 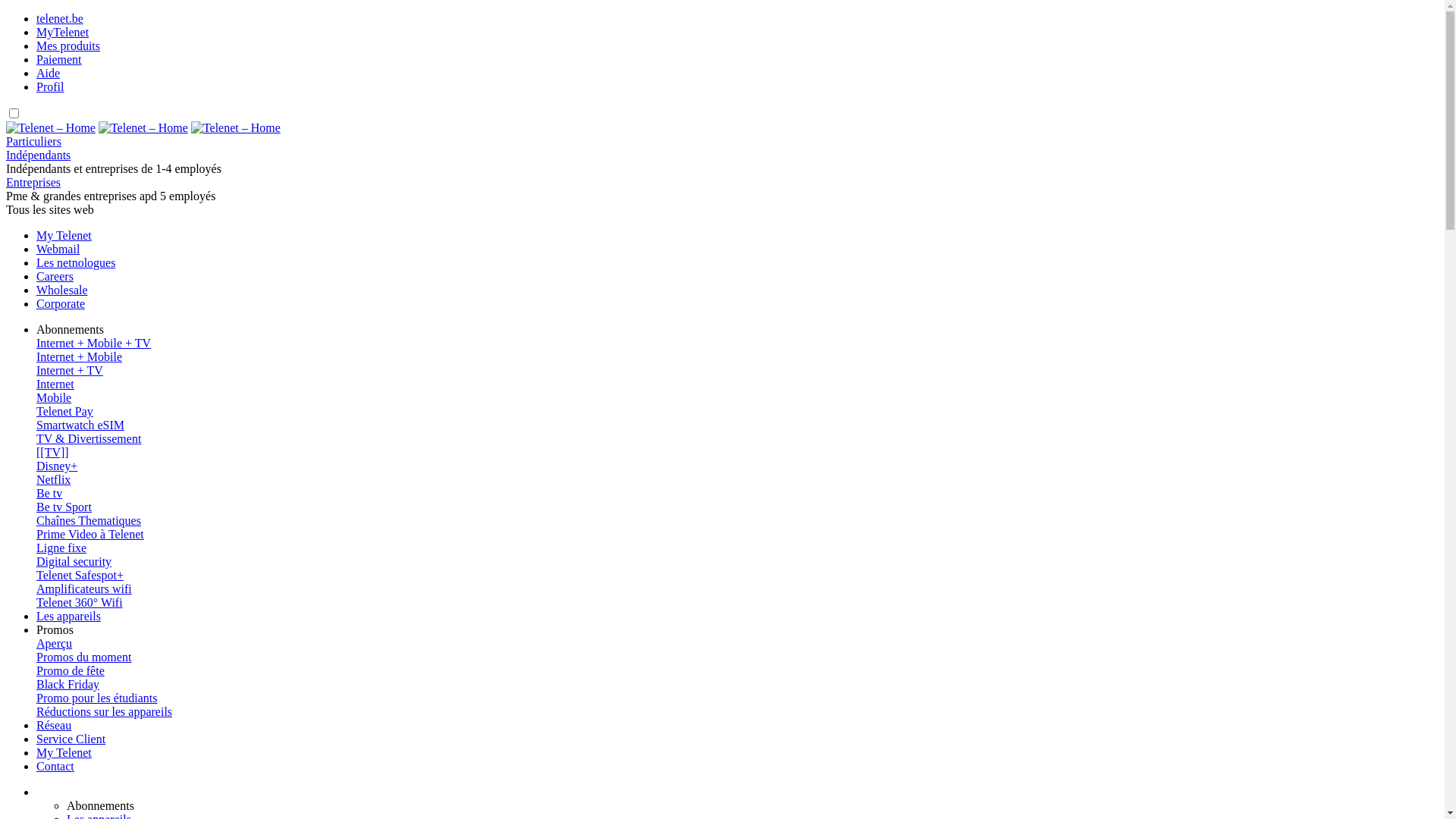 What do you see at coordinates (36, 465) in the screenshot?
I see `'Disney+'` at bounding box center [36, 465].